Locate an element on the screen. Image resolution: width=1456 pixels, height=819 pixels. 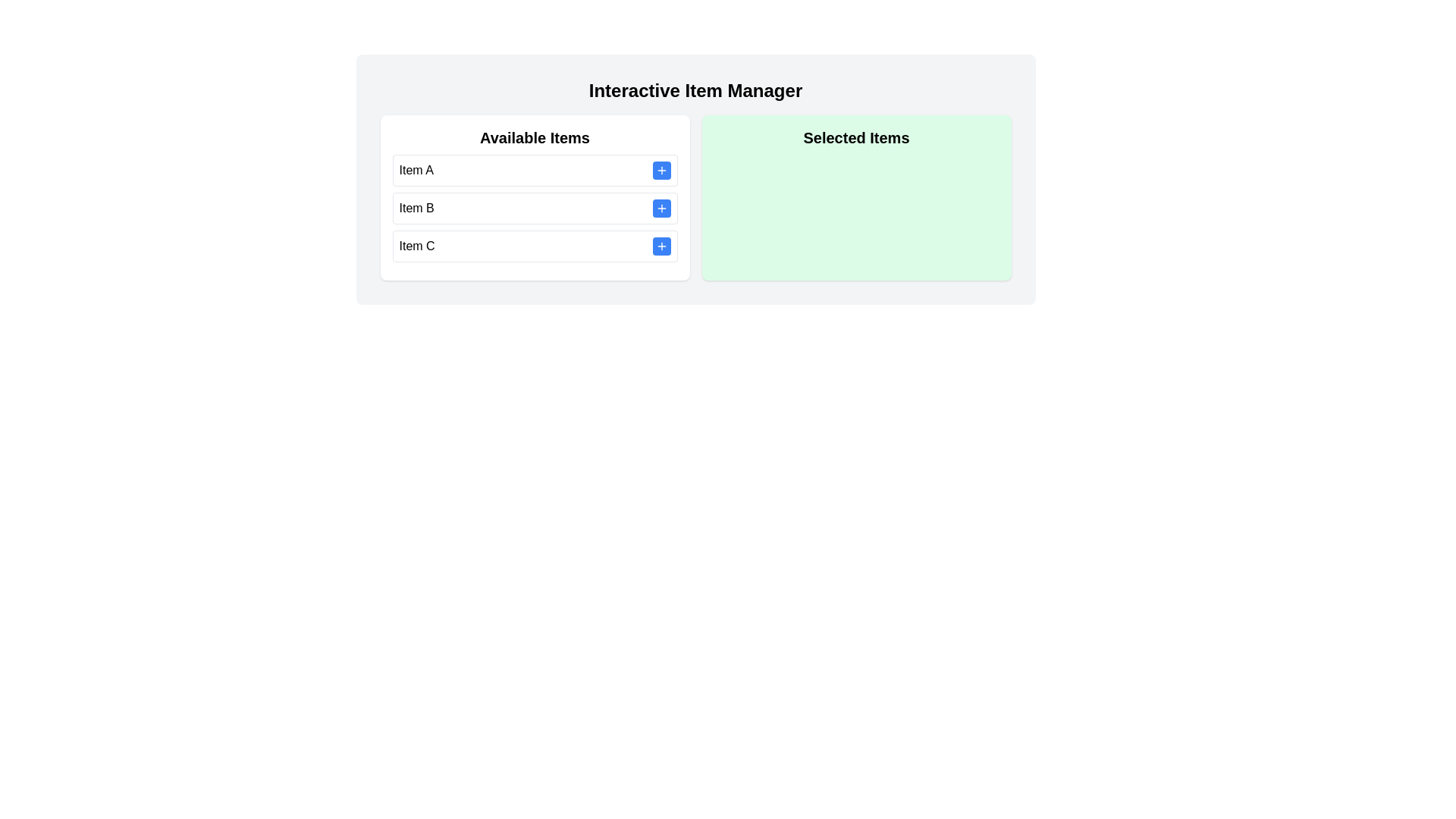
the 'Item C' list item for keyboard interaction by targeting its center point is located at coordinates (535, 245).